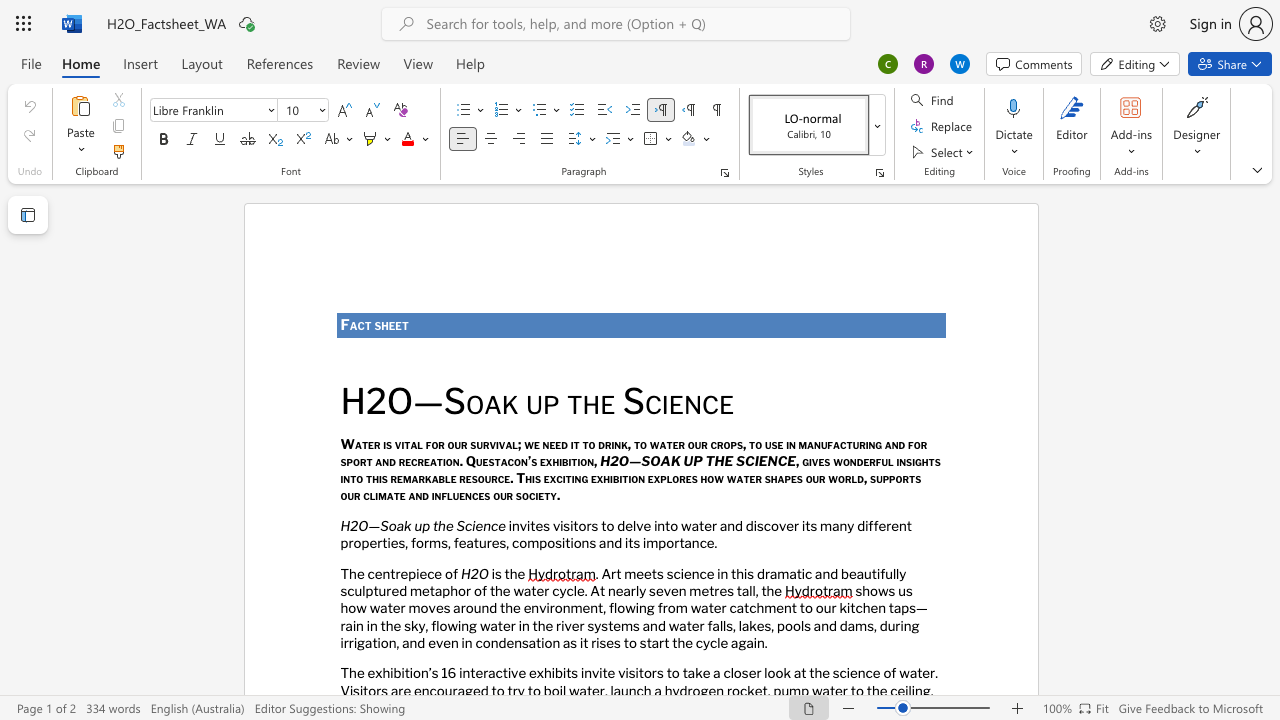  I want to click on the 1th character "i" in the text, so click(416, 573).